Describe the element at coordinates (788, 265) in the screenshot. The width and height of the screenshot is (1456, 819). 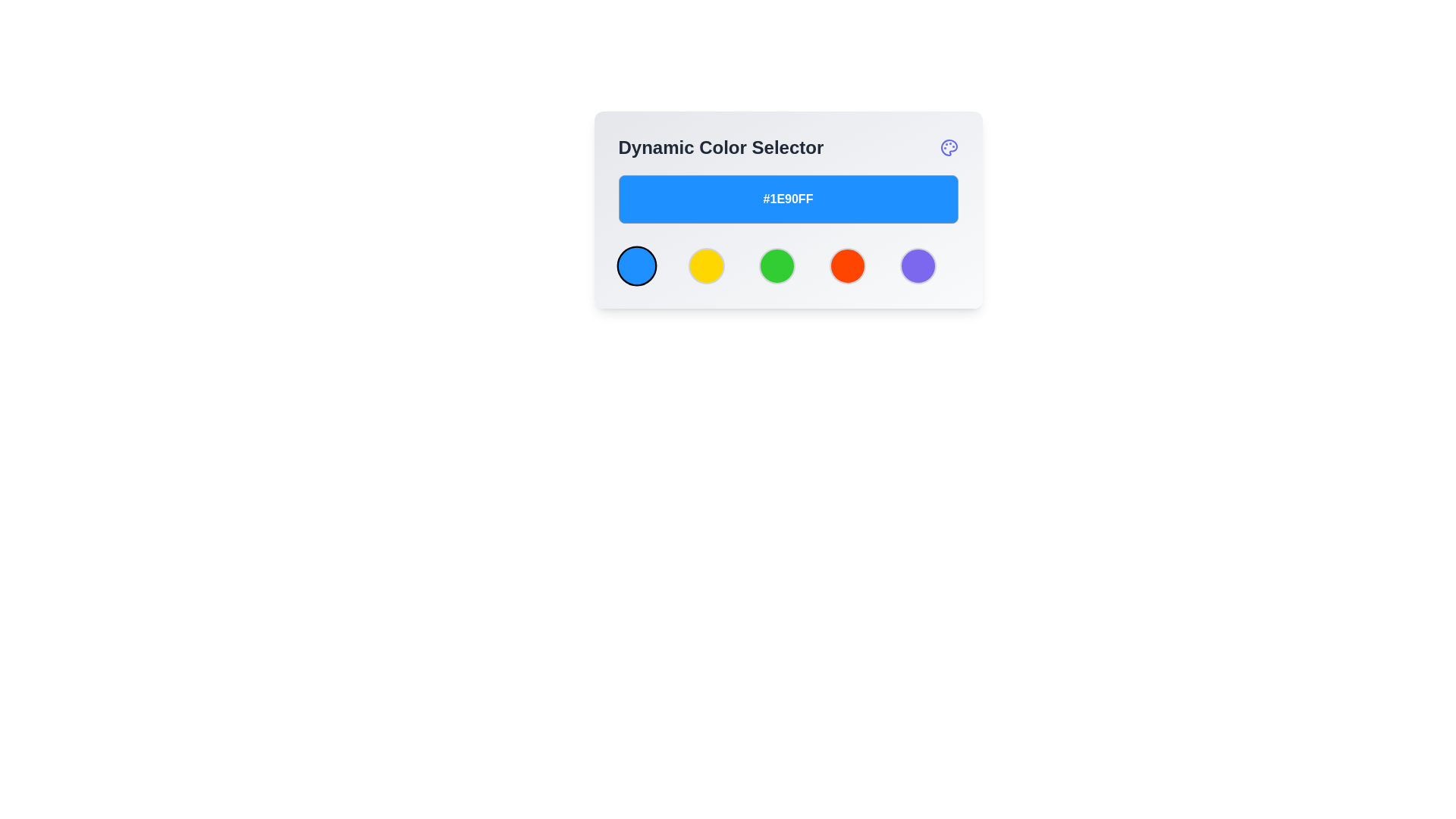
I see `the third circular button in a horizontal row of five, positioned below the blue rectangle labeled '#1E90FF'` at that location.